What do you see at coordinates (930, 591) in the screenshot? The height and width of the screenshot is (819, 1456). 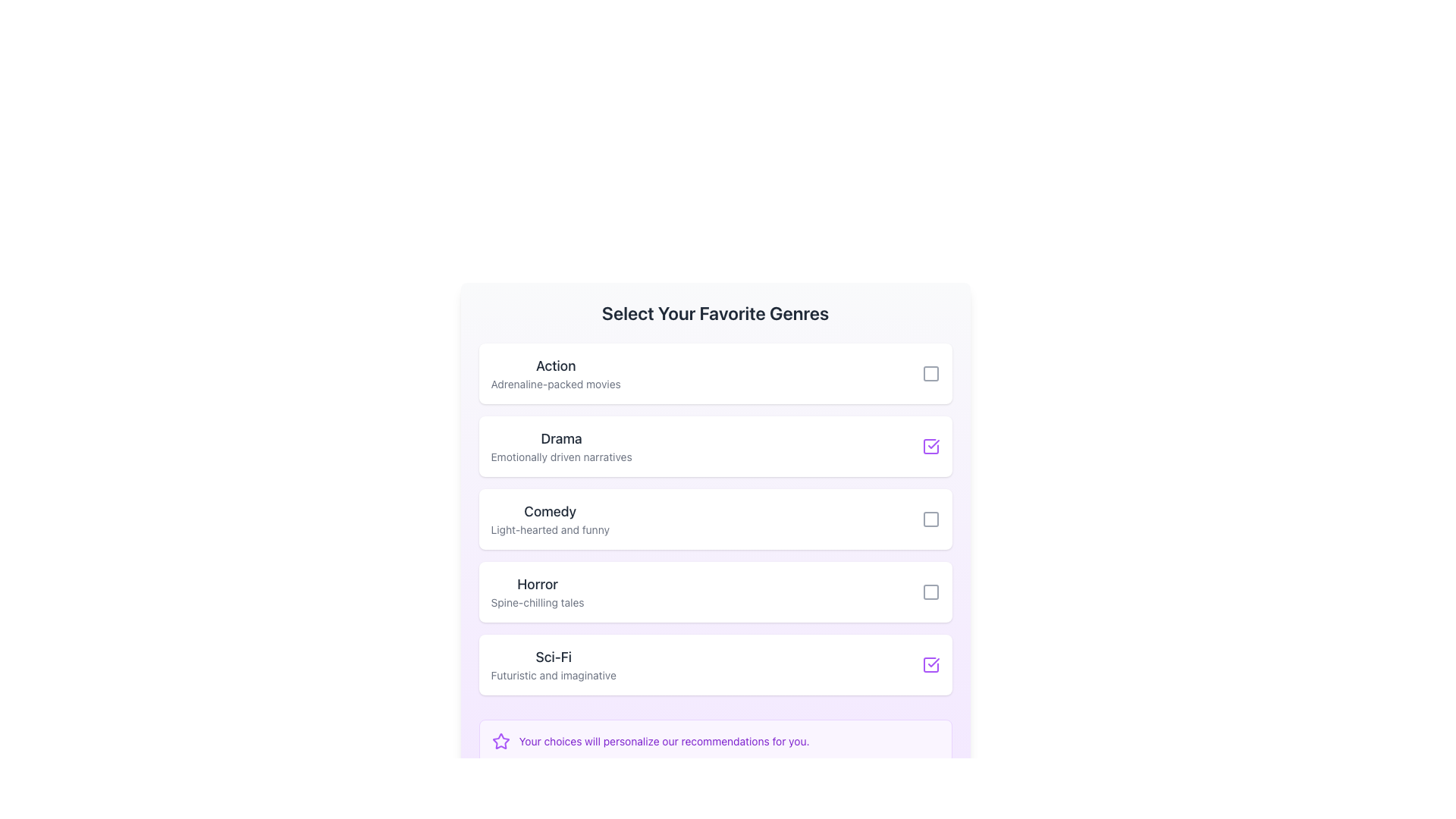 I see `the checkbox for the 'Horror' genre selection` at bounding box center [930, 591].